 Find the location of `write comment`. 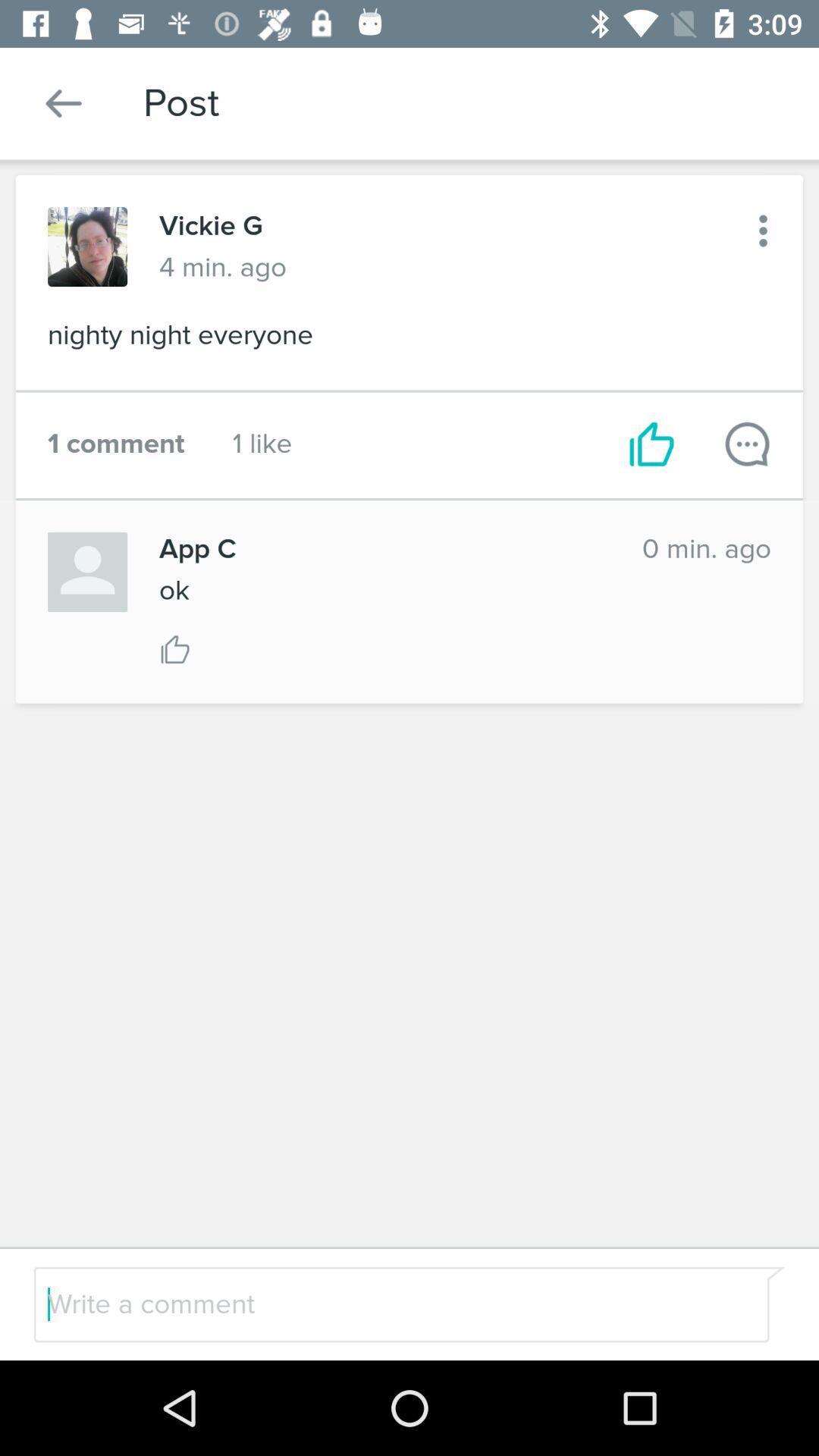

write comment is located at coordinates (746, 443).